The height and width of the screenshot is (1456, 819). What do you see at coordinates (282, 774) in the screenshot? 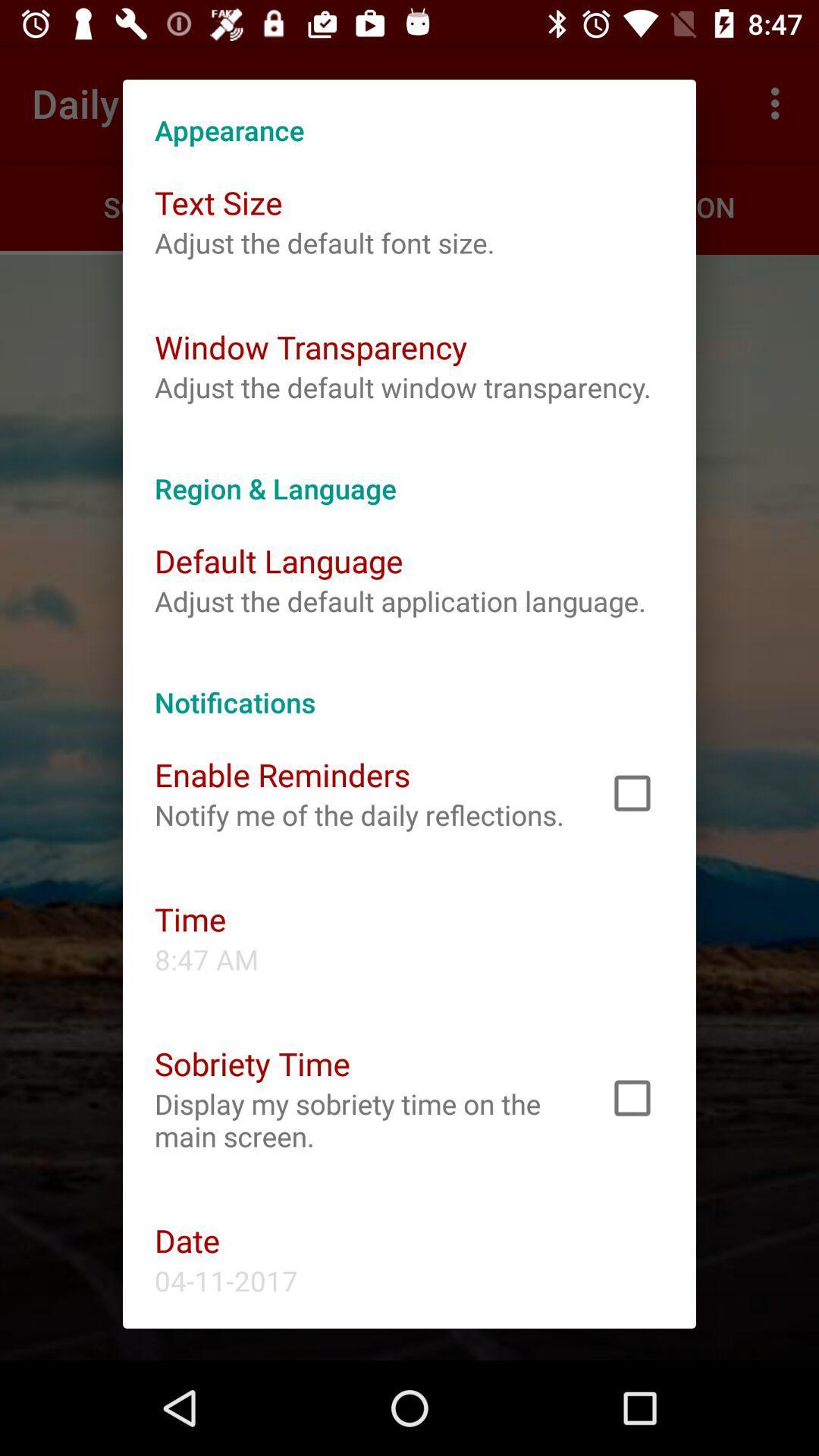
I see `the icon below notifications` at bounding box center [282, 774].